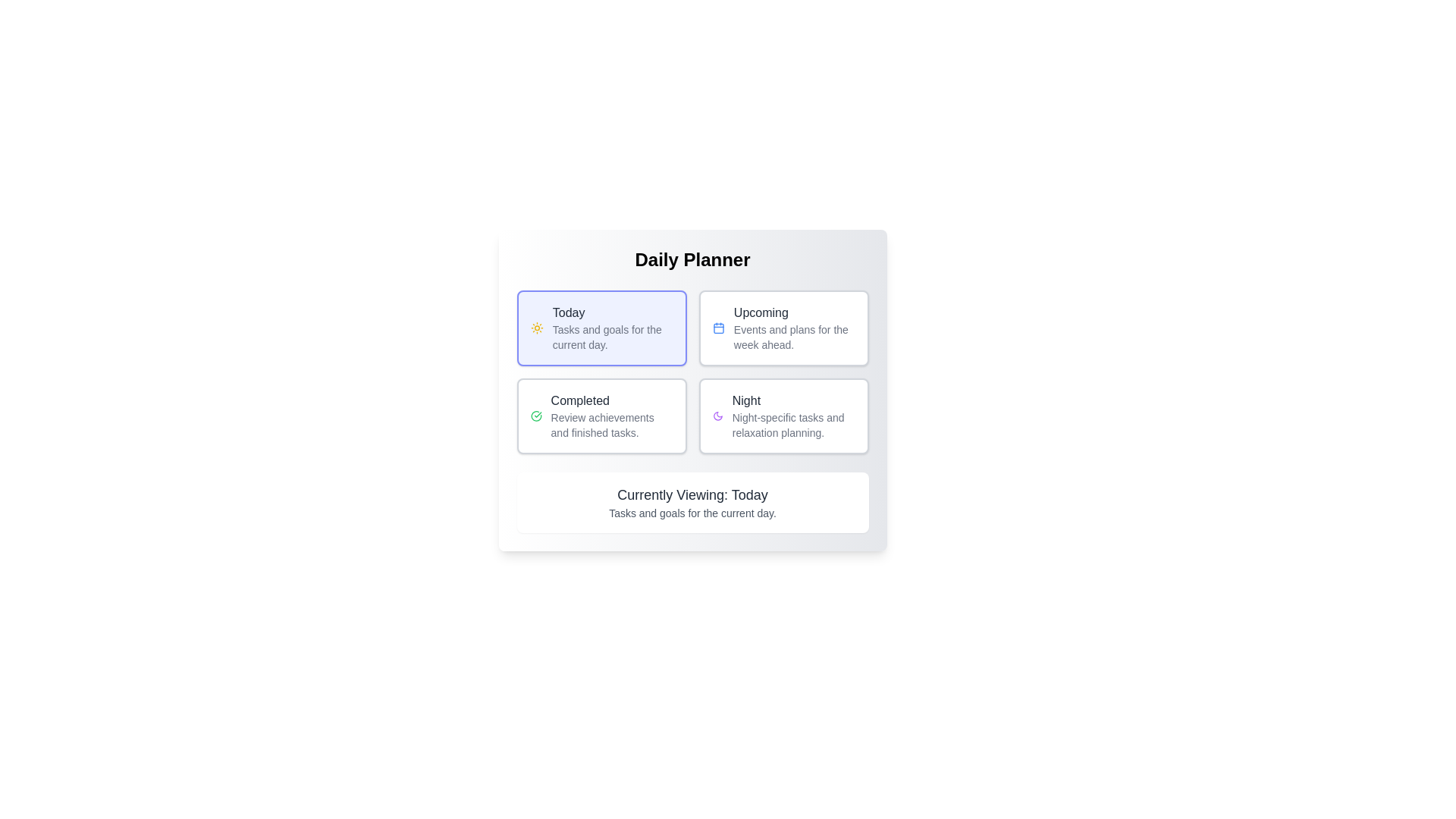  What do you see at coordinates (792, 425) in the screenshot?
I see `the static text block that contains the description 'Night-specific tasks and relaxation planning.' located within the 'Night' card at the bottom-right corner of the main grid` at bounding box center [792, 425].